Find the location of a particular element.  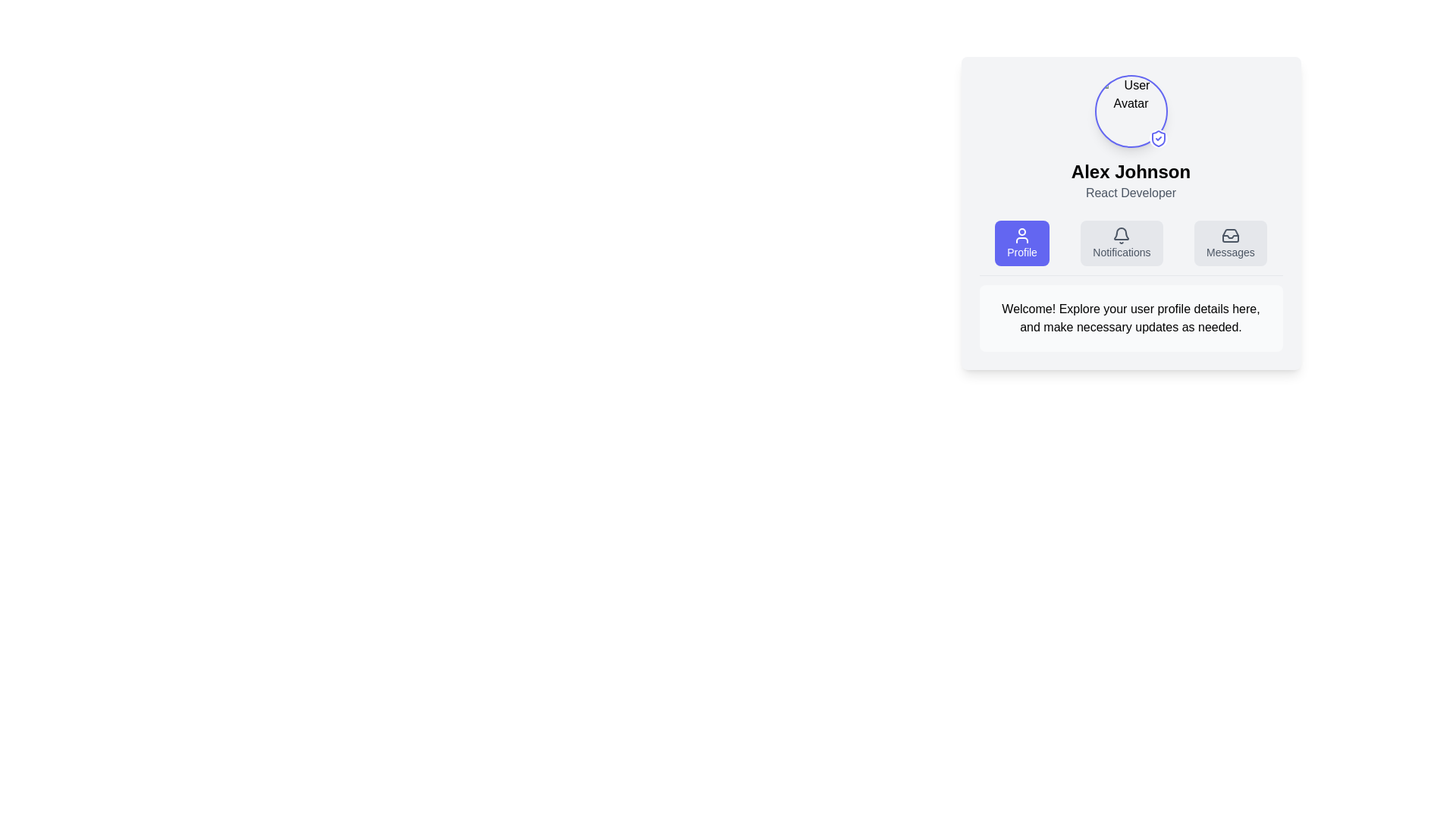

the first button in the group of three buttons that navigates to the profile management section, located directly underneath the user's profile details and above the description box is located at coordinates (1022, 242).